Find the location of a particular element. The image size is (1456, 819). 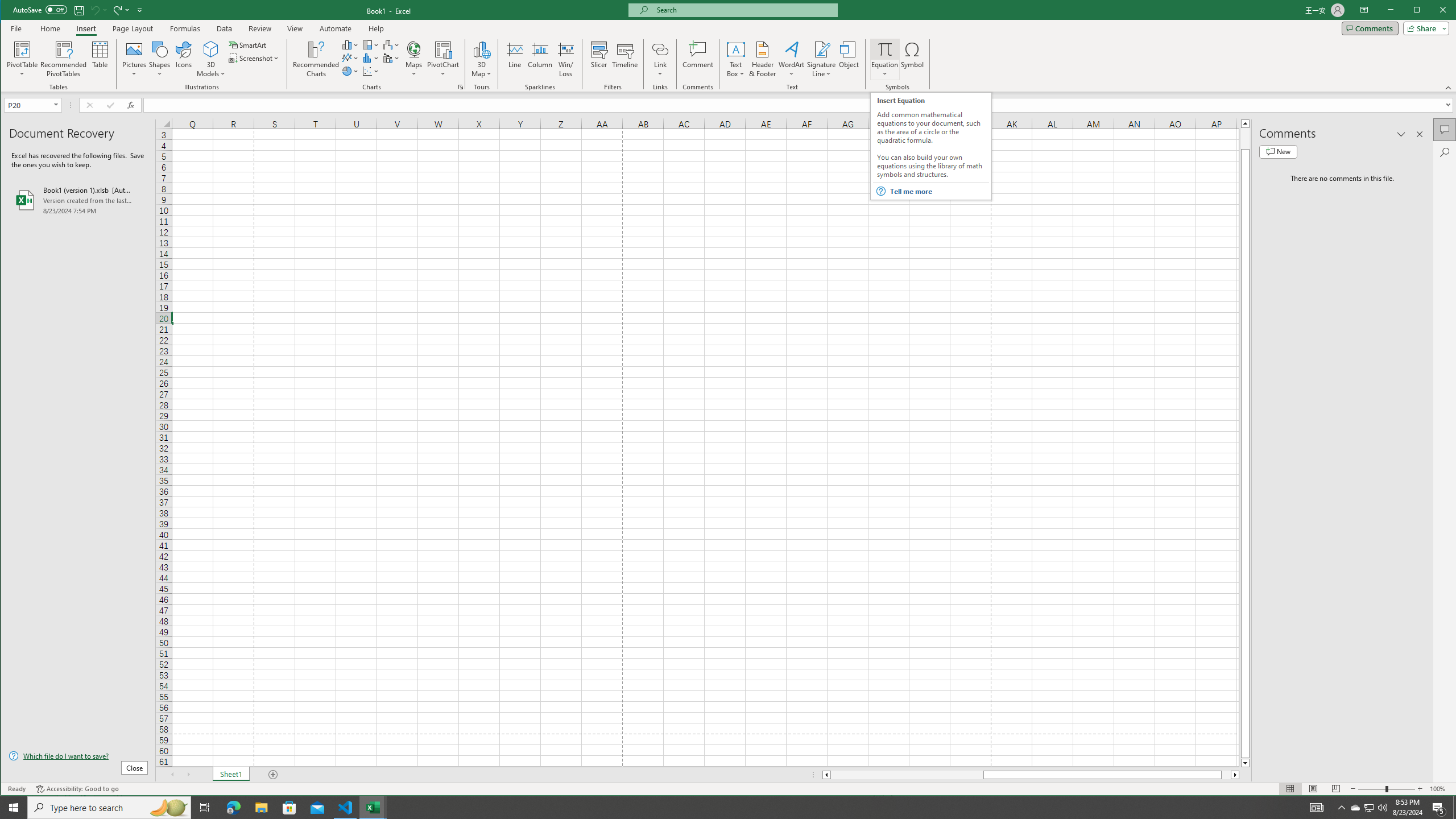

'Table' is located at coordinates (100, 59).